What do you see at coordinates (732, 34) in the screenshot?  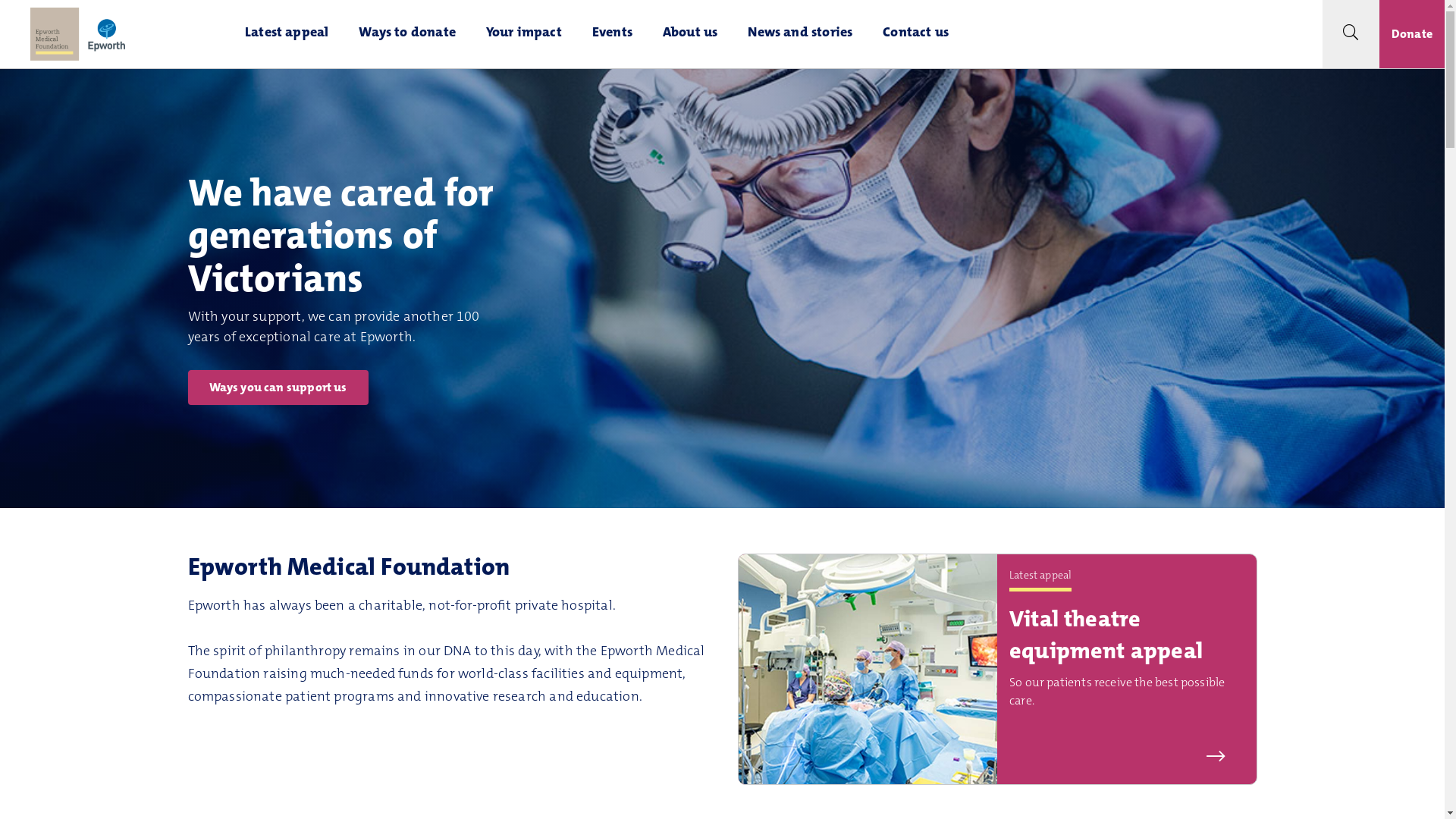 I see `'News and stories'` at bounding box center [732, 34].